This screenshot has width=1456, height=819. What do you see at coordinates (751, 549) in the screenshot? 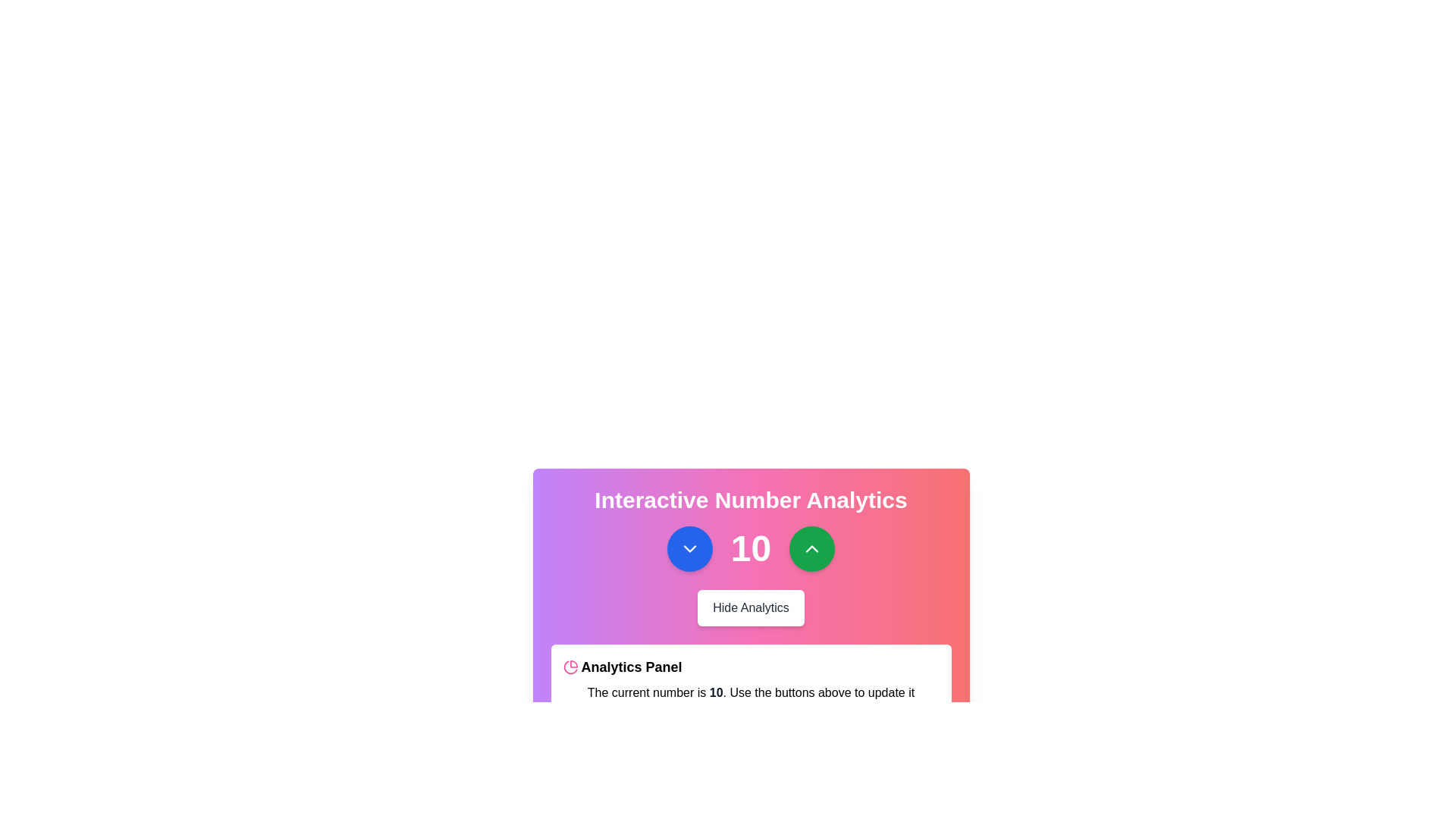
I see `the central large number '10' in the Composite Interactive Element` at bounding box center [751, 549].